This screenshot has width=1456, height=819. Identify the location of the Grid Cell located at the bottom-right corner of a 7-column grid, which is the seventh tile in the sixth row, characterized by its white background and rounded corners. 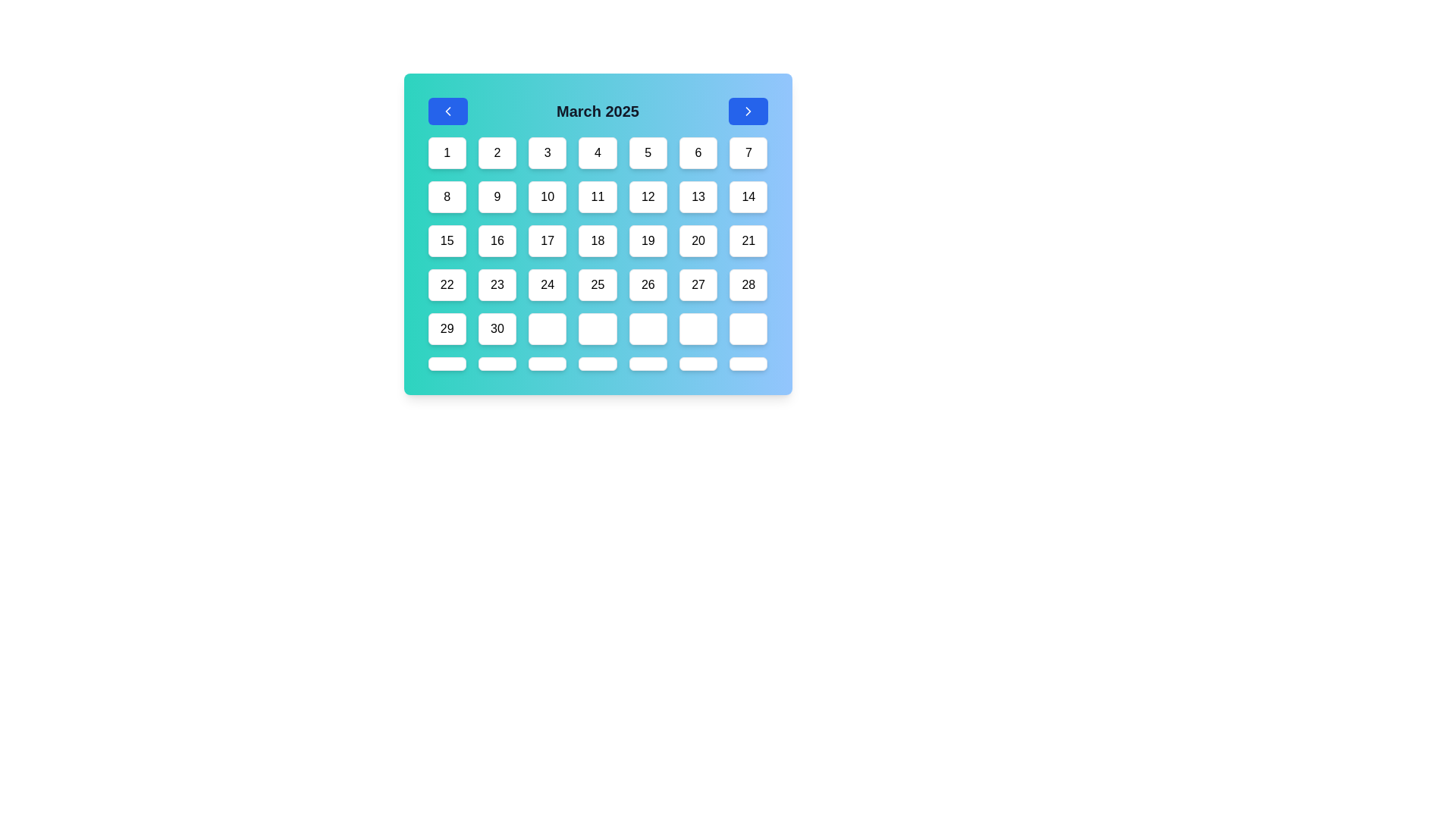
(748, 328).